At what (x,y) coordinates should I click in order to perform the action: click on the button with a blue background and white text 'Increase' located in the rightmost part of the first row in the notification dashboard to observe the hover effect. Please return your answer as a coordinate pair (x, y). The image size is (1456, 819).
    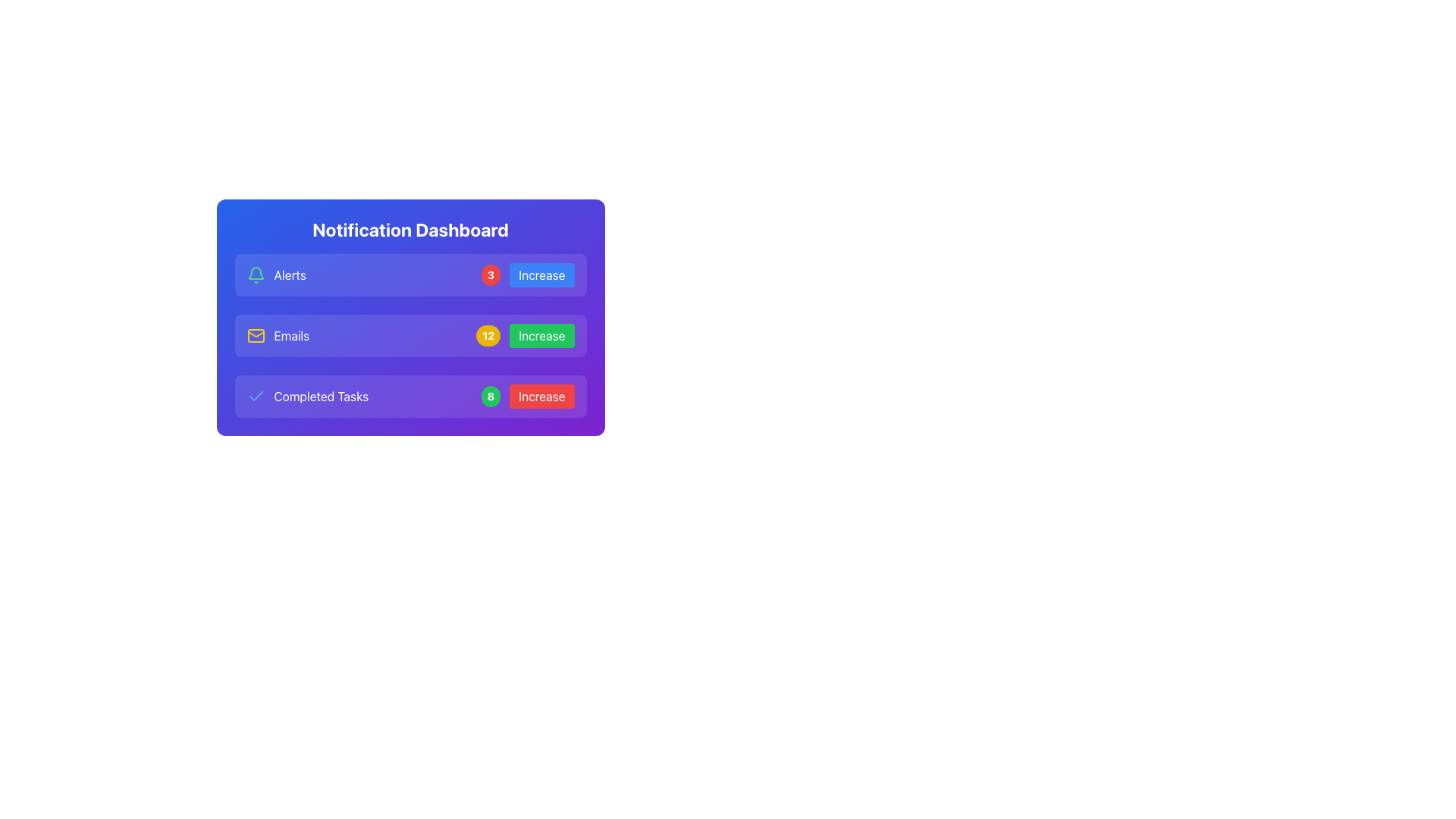
    Looking at the image, I should click on (541, 275).